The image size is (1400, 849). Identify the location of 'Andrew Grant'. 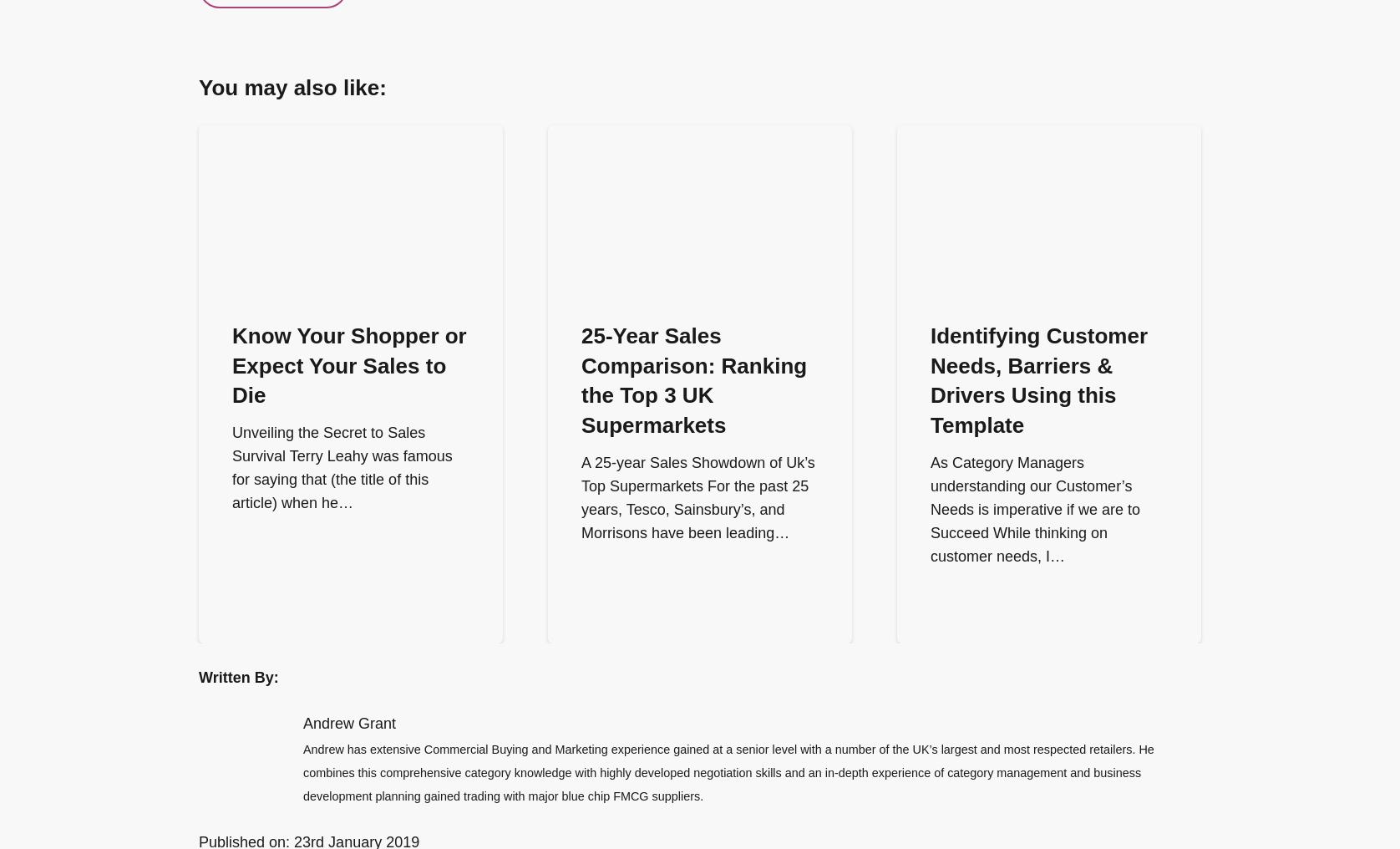
(302, 724).